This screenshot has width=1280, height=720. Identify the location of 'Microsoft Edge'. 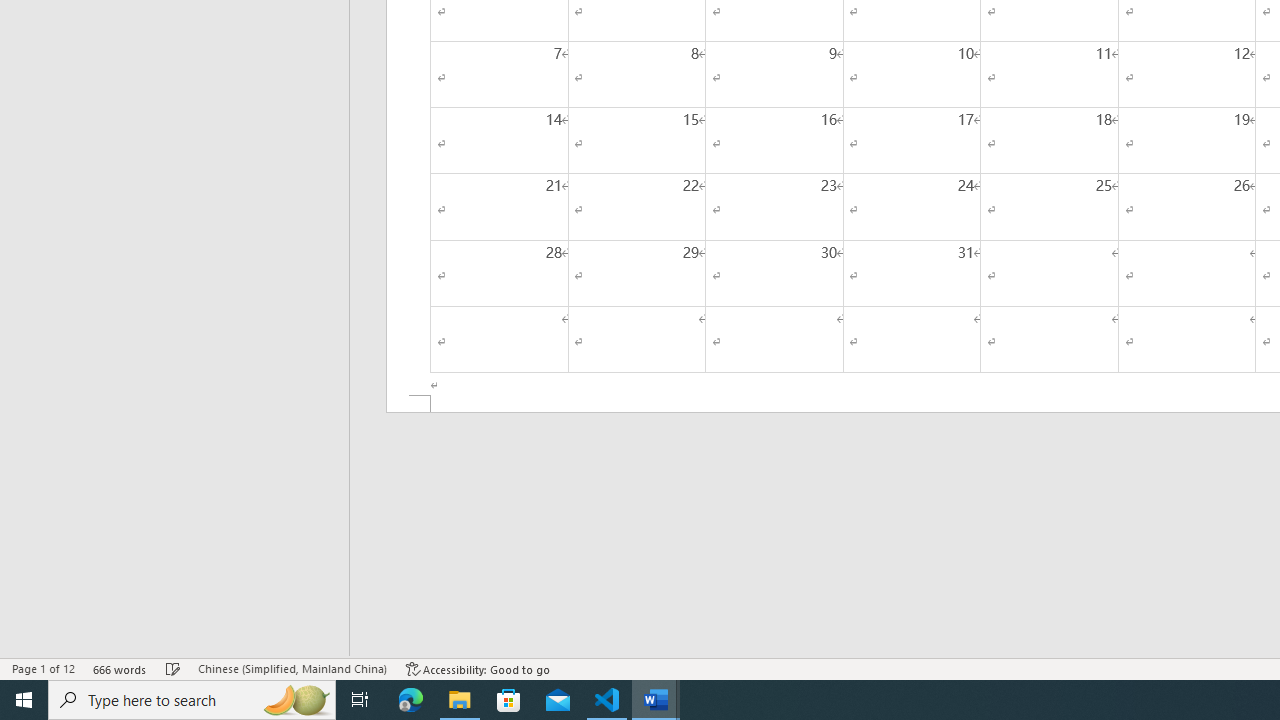
(410, 698).